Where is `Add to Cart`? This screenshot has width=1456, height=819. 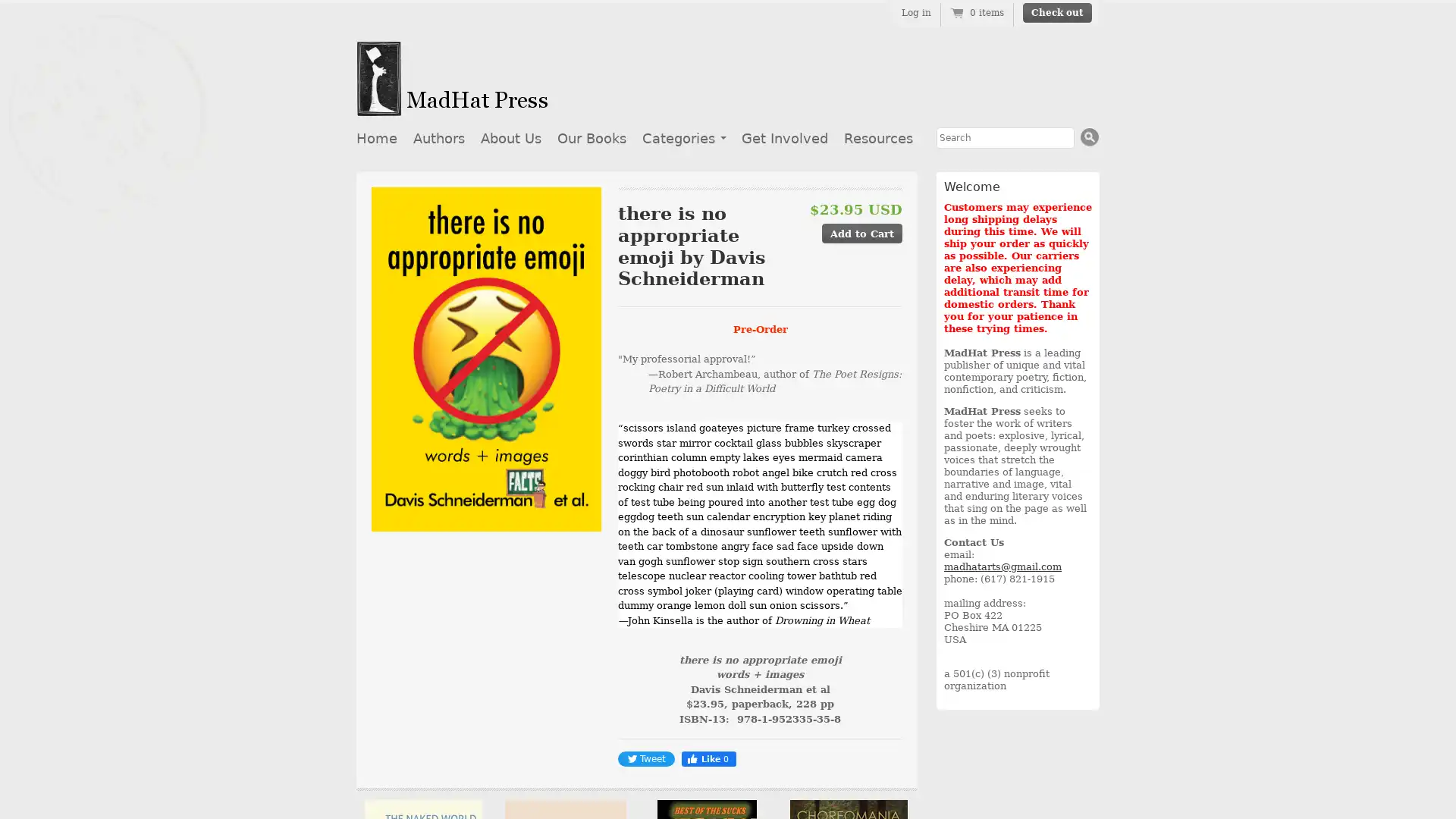 Add to Cart is located at coordinates (862, 233).